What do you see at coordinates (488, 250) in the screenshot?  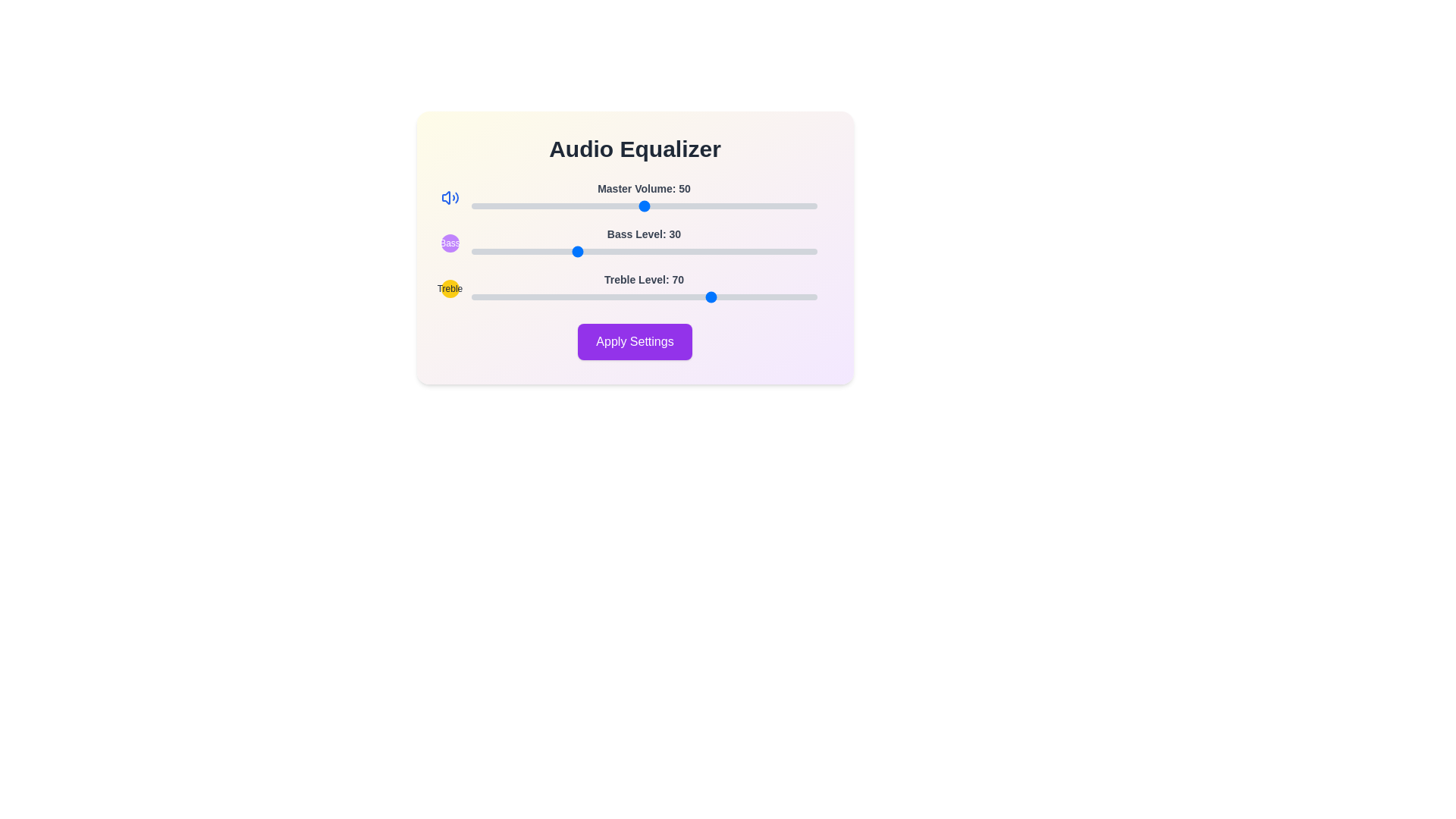 I see `the bass level` at bounding box center [488, 250].